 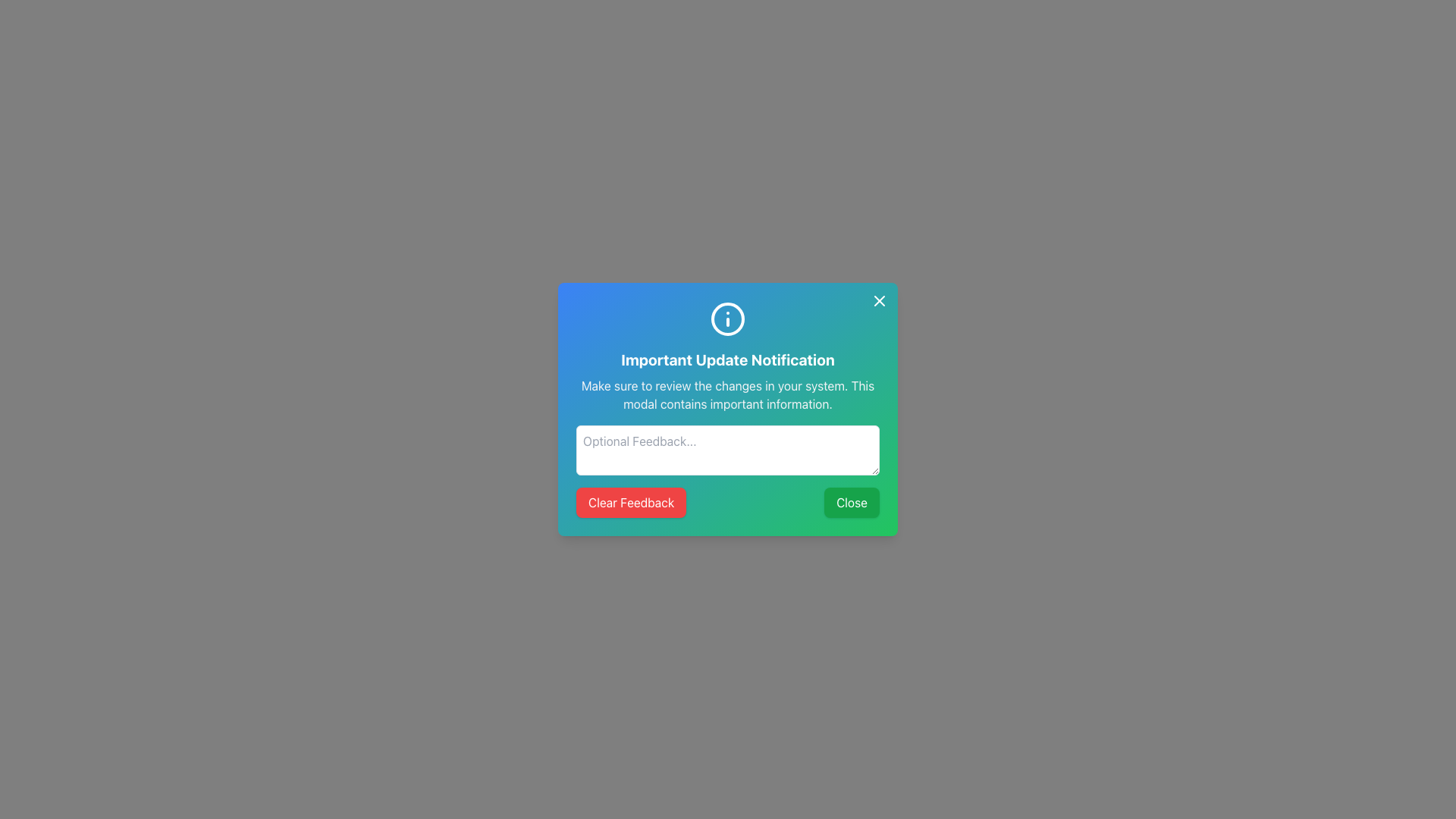 I want to click on the circular icon with a white outline and 'i' symbol, located in the top-center area of the modal above the 'Important Update Notification' title, so click(x=728, y=318).